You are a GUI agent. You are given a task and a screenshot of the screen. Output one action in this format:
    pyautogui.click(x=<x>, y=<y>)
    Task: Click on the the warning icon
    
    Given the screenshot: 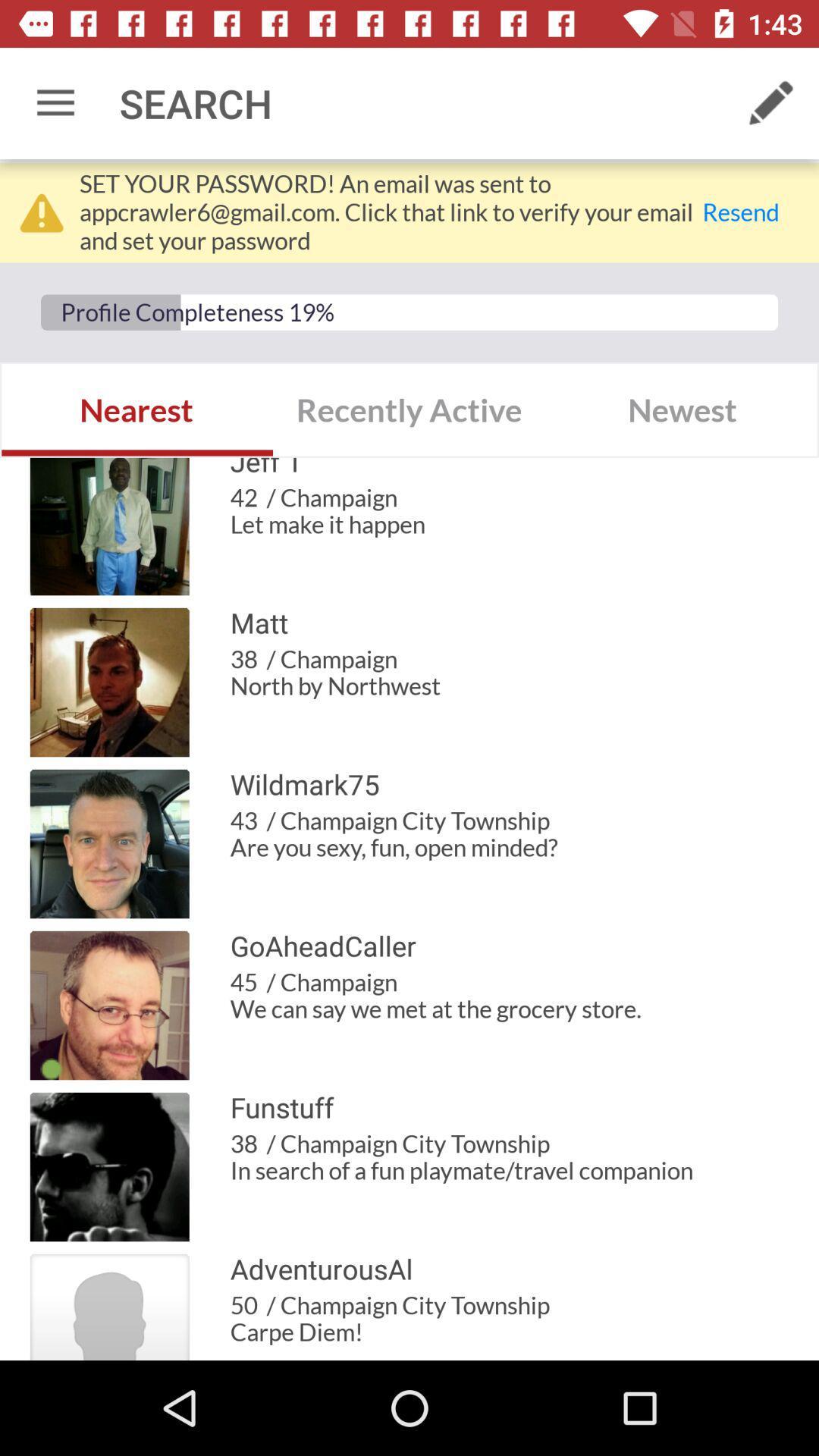 What is the action you would take?
    pyautogui.click(x=41, y=212)
    